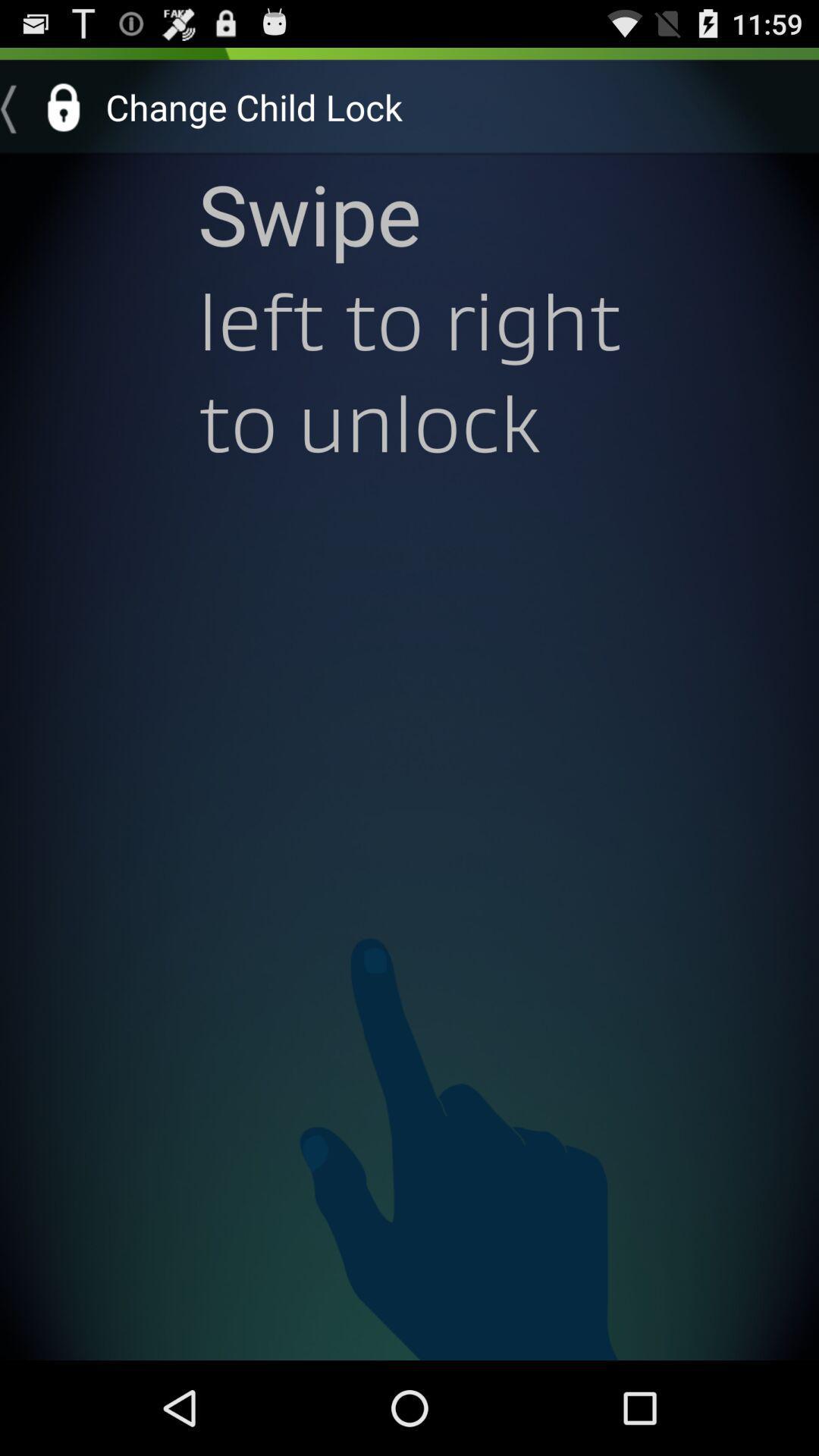  I want to click on go back, so click(46, 106).